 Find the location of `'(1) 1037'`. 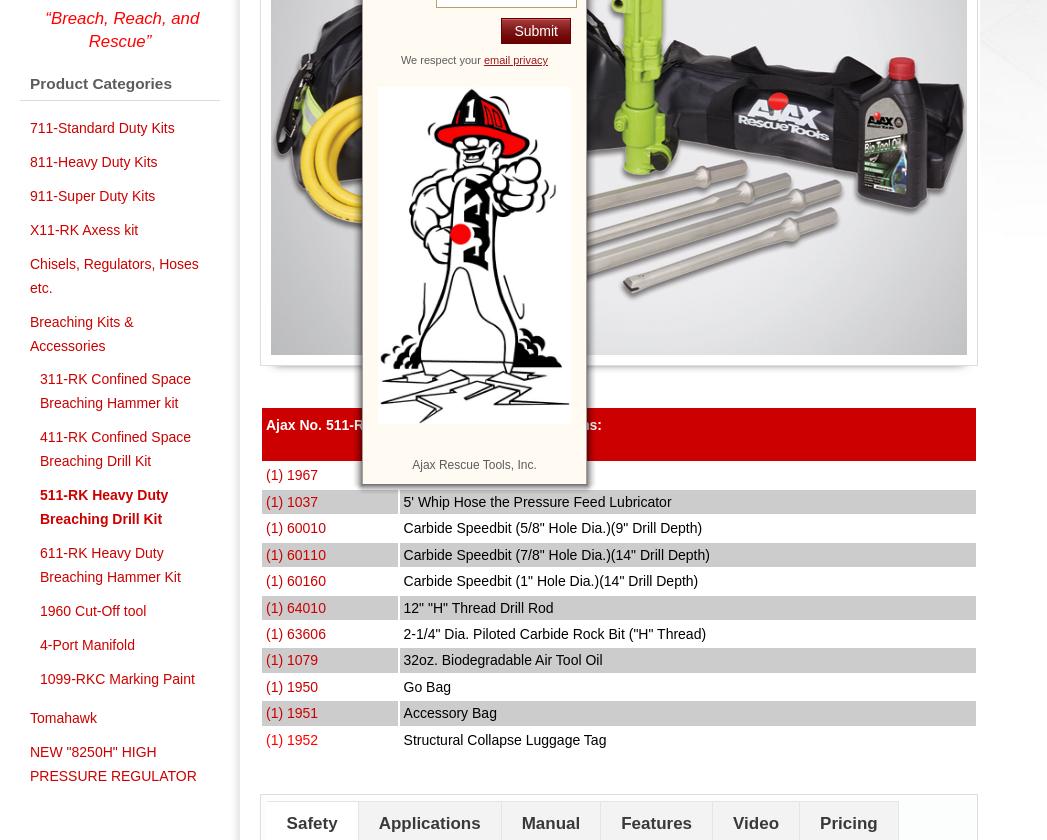

'(1) 1037' is located at coordinates (291, 500).